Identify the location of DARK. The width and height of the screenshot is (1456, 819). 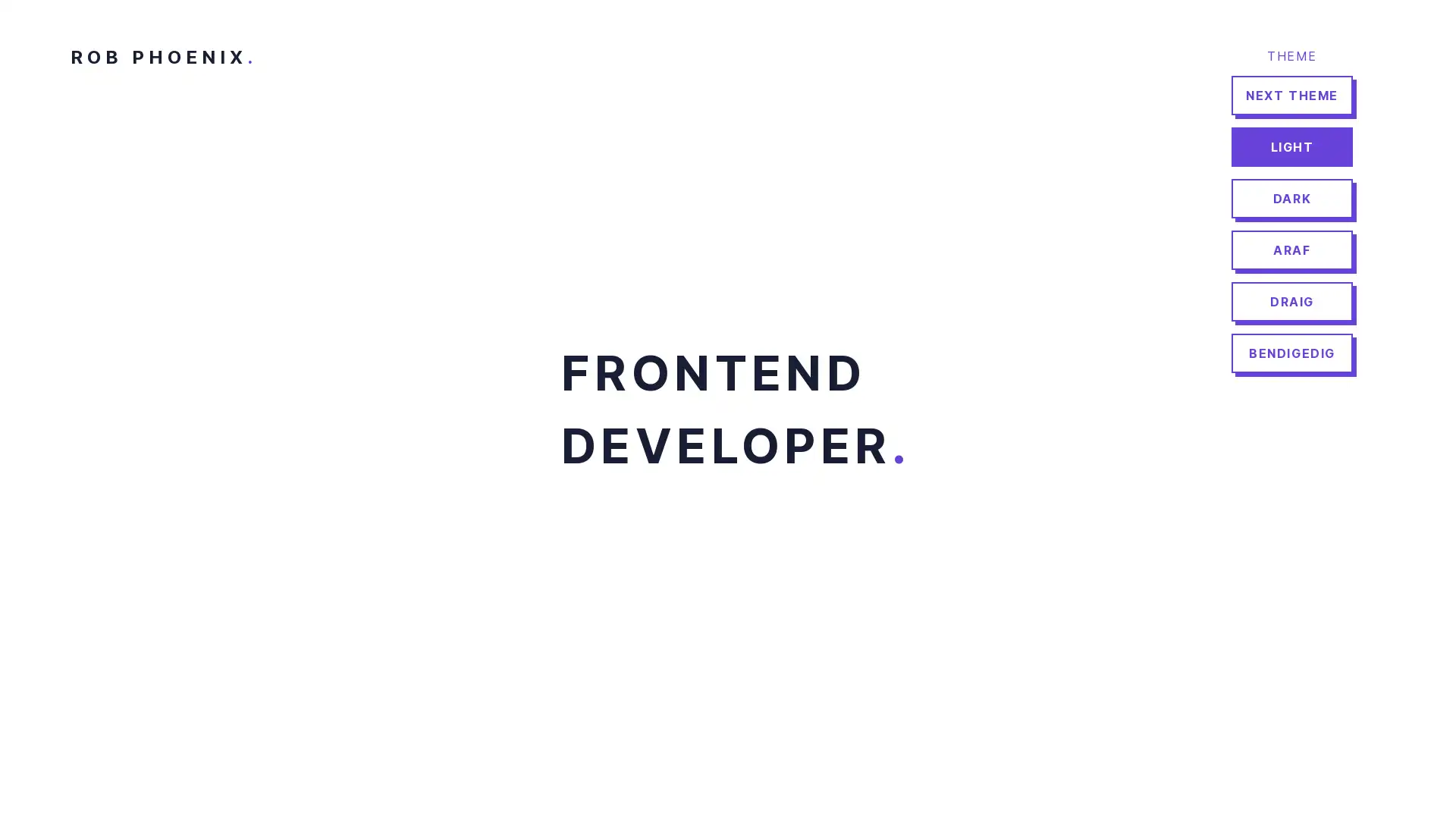
(1291, 198).